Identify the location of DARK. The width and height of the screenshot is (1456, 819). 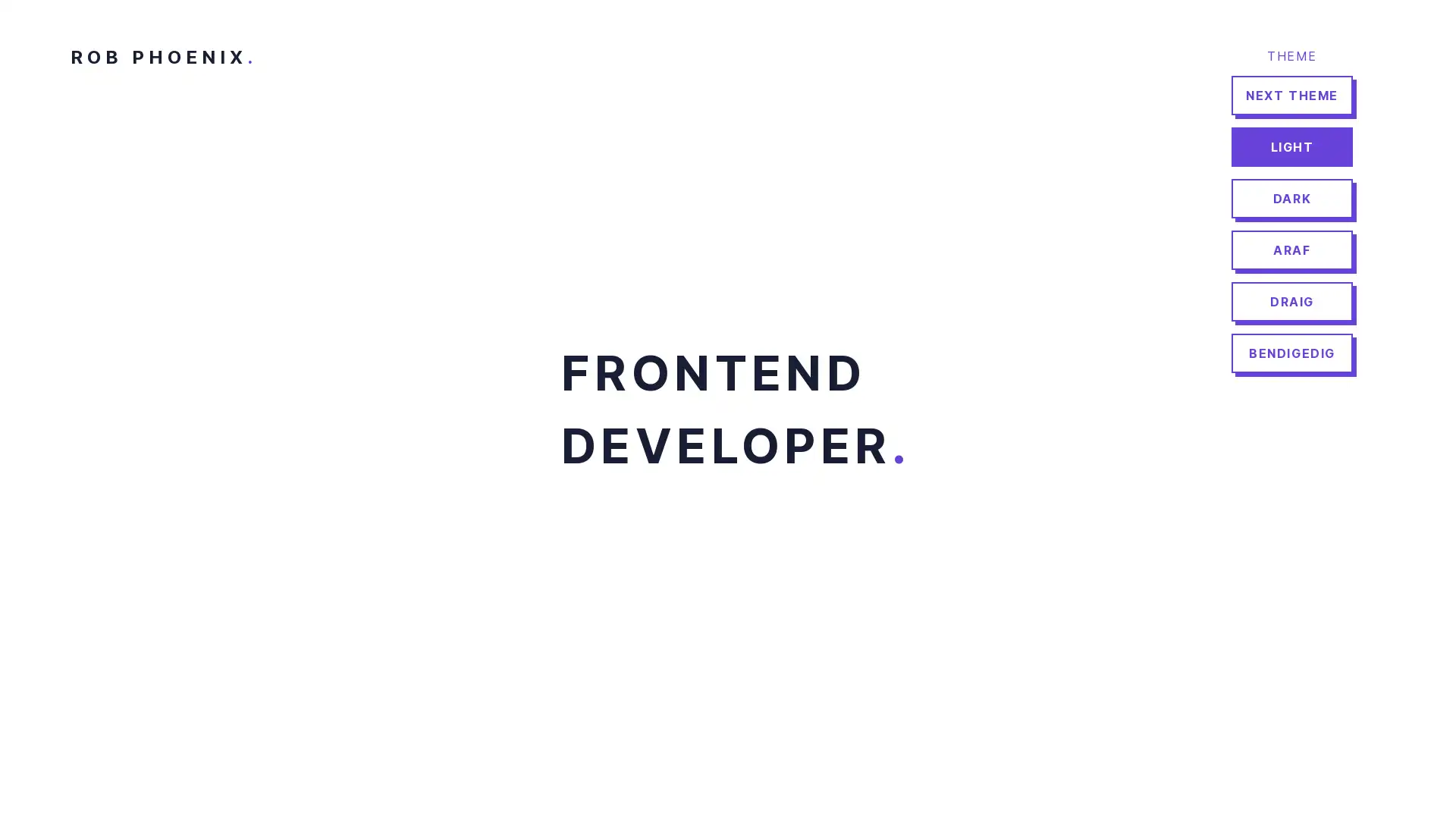
(1291, 198).